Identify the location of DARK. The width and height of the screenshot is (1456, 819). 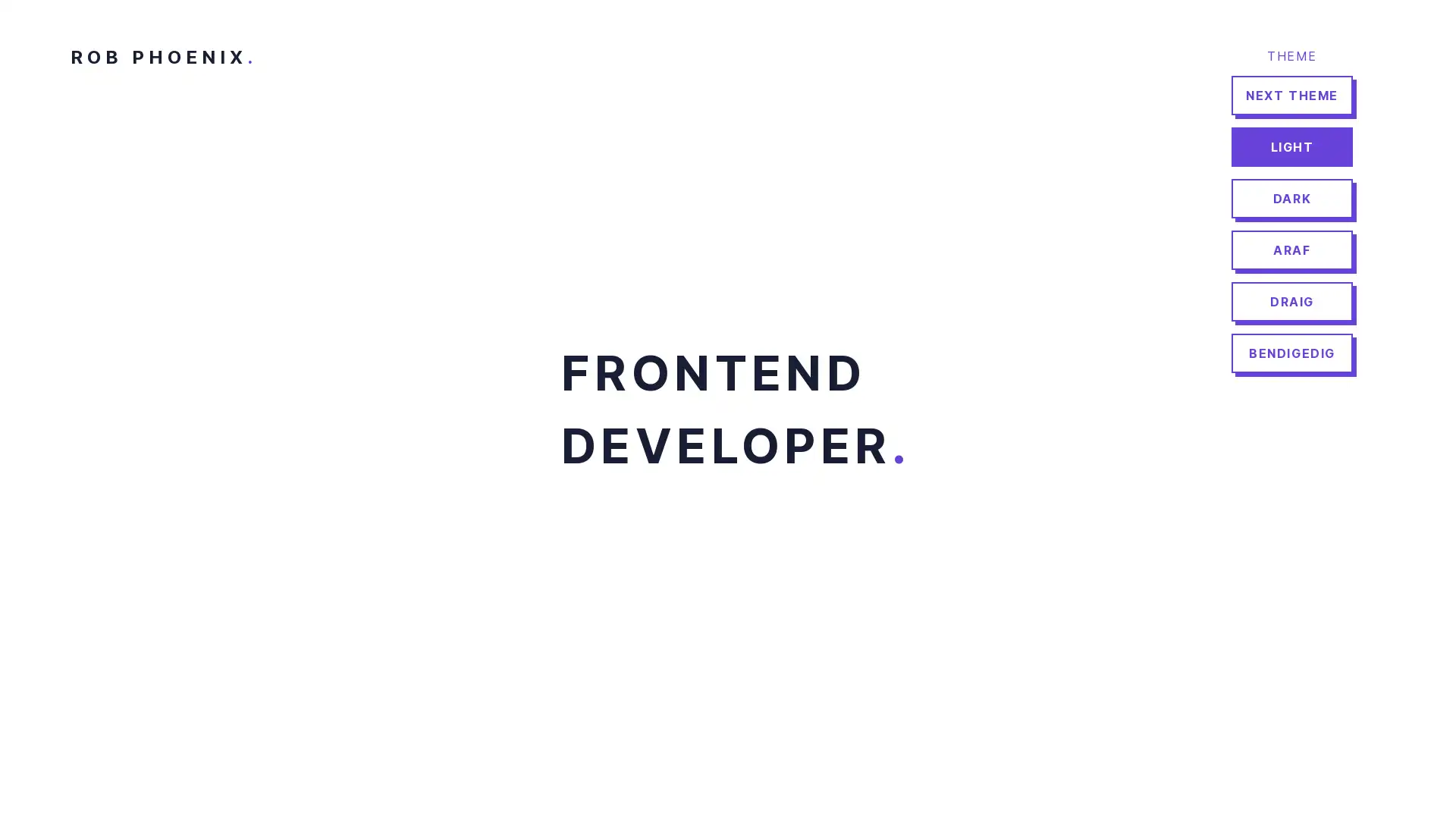
(1291, 198).